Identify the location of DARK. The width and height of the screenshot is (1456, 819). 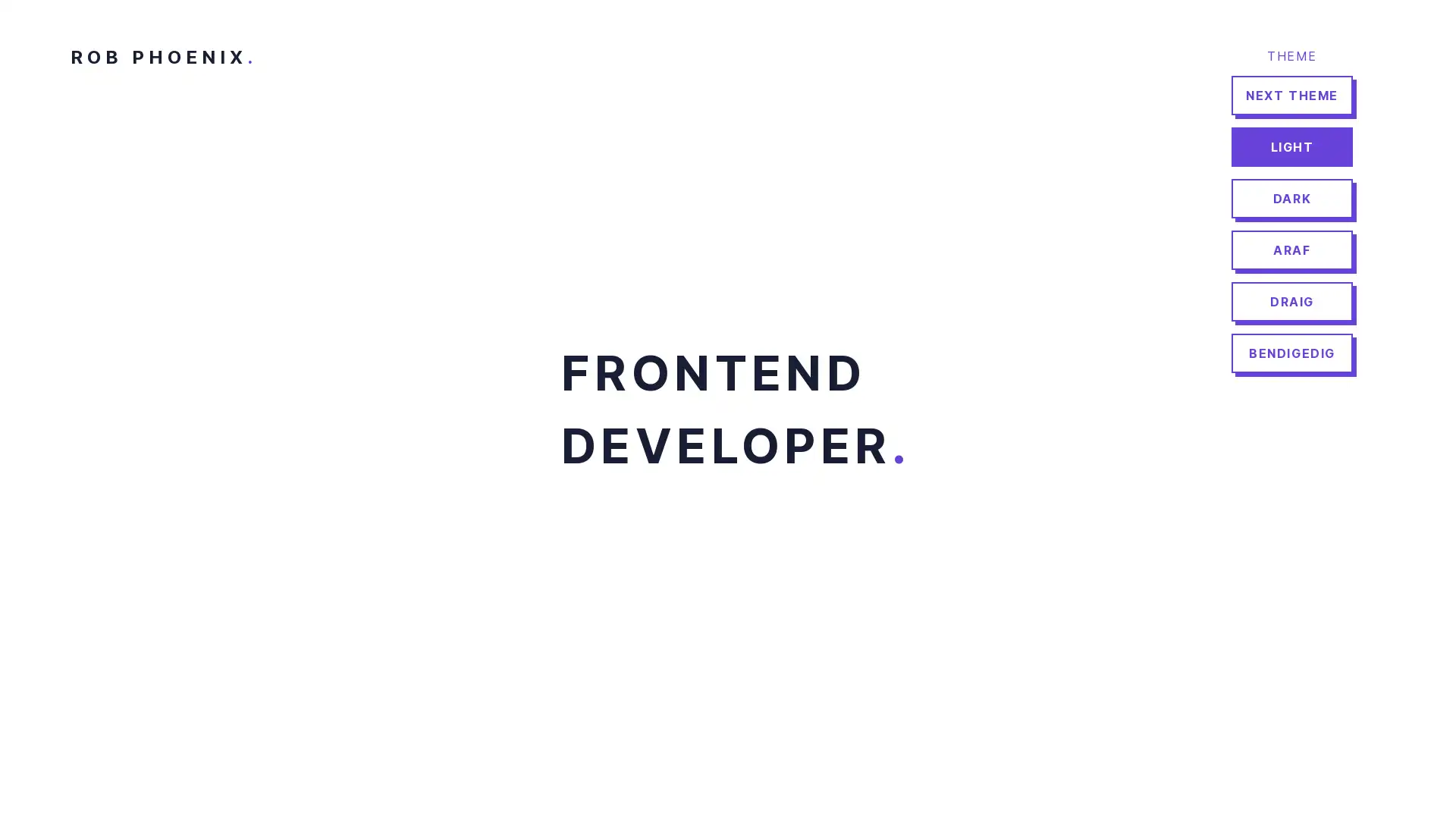
(1291, 198).